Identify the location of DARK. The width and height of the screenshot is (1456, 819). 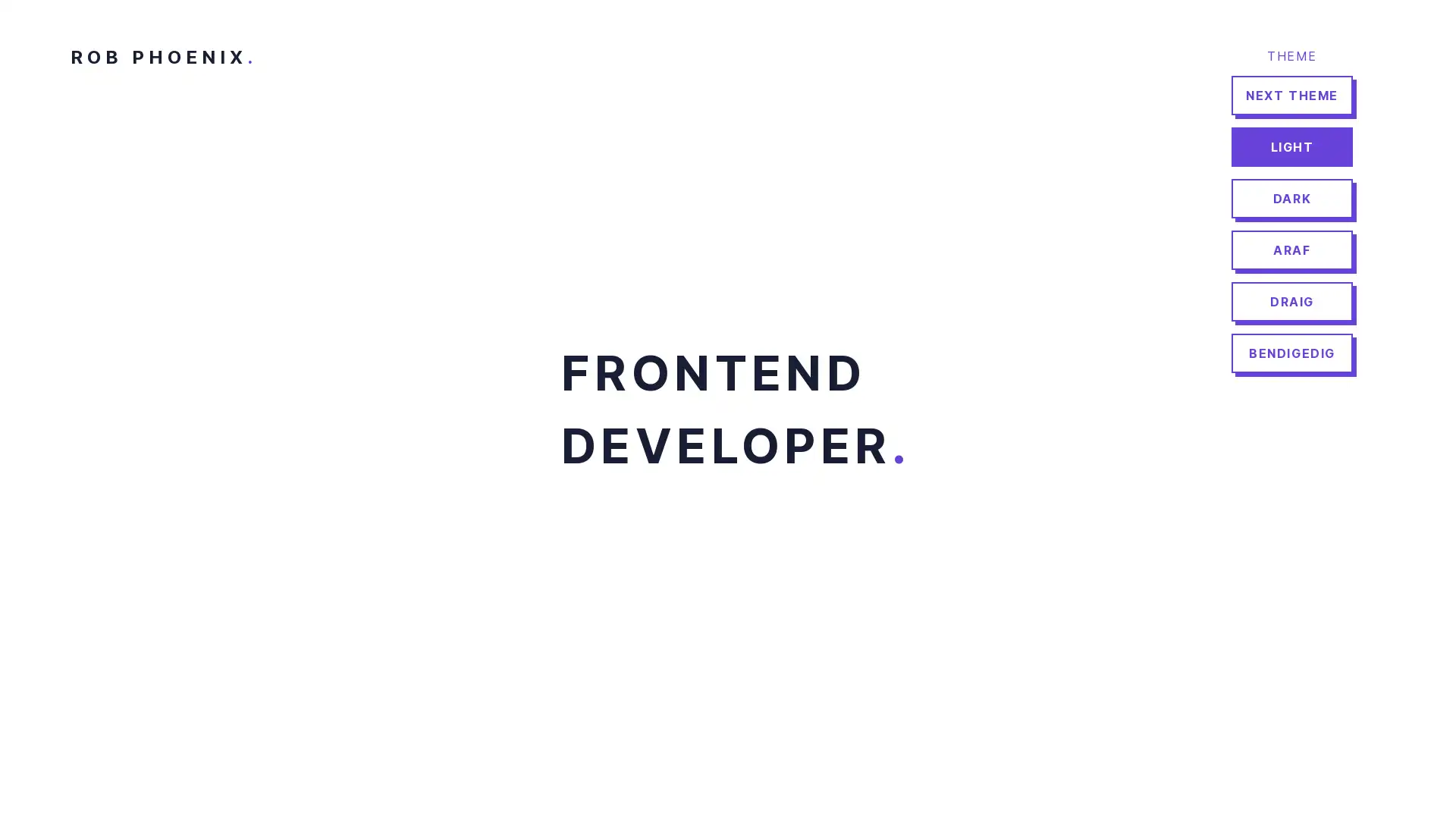
(1291, 198).